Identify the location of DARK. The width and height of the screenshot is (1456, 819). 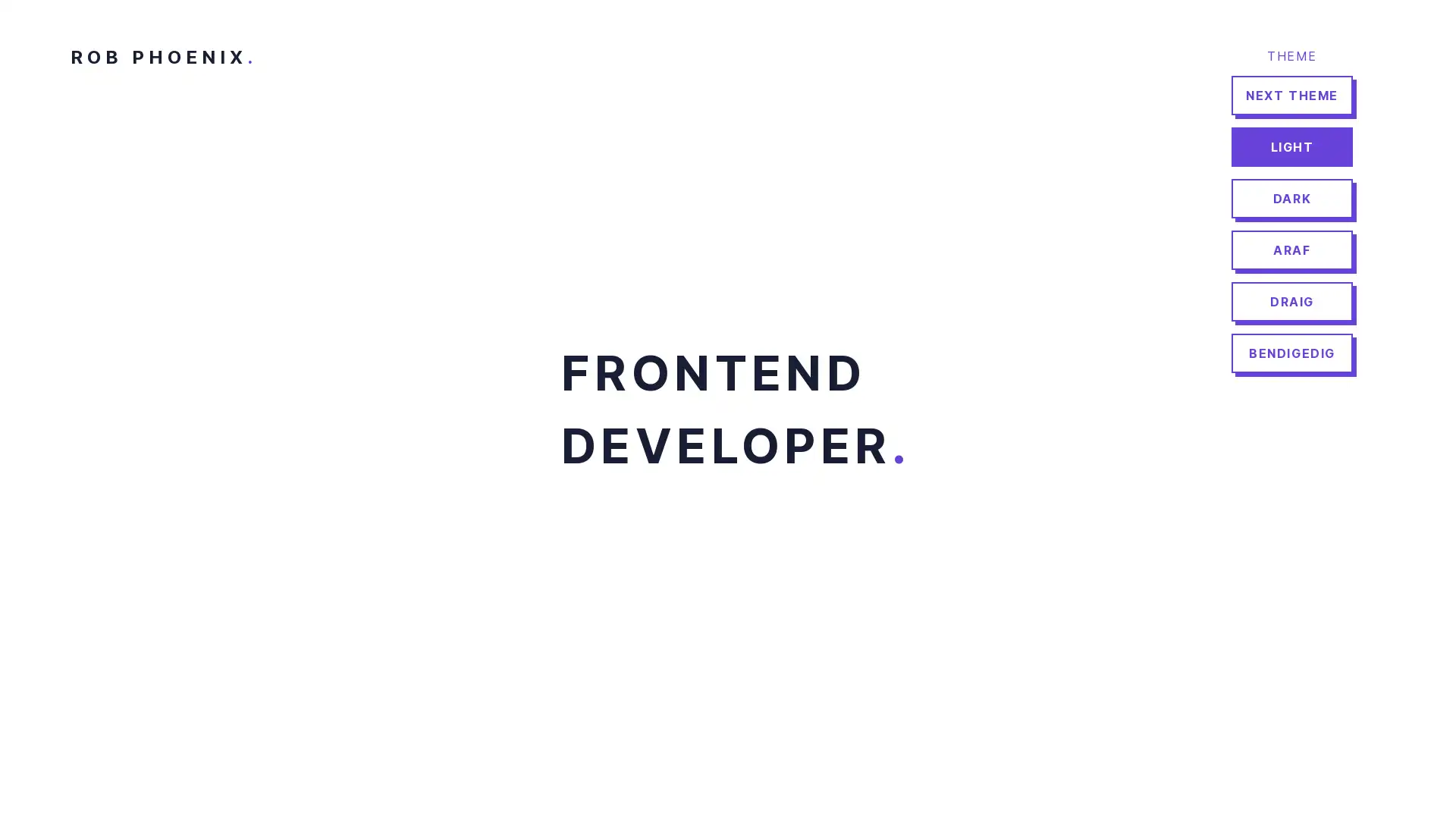
(1291, 198).